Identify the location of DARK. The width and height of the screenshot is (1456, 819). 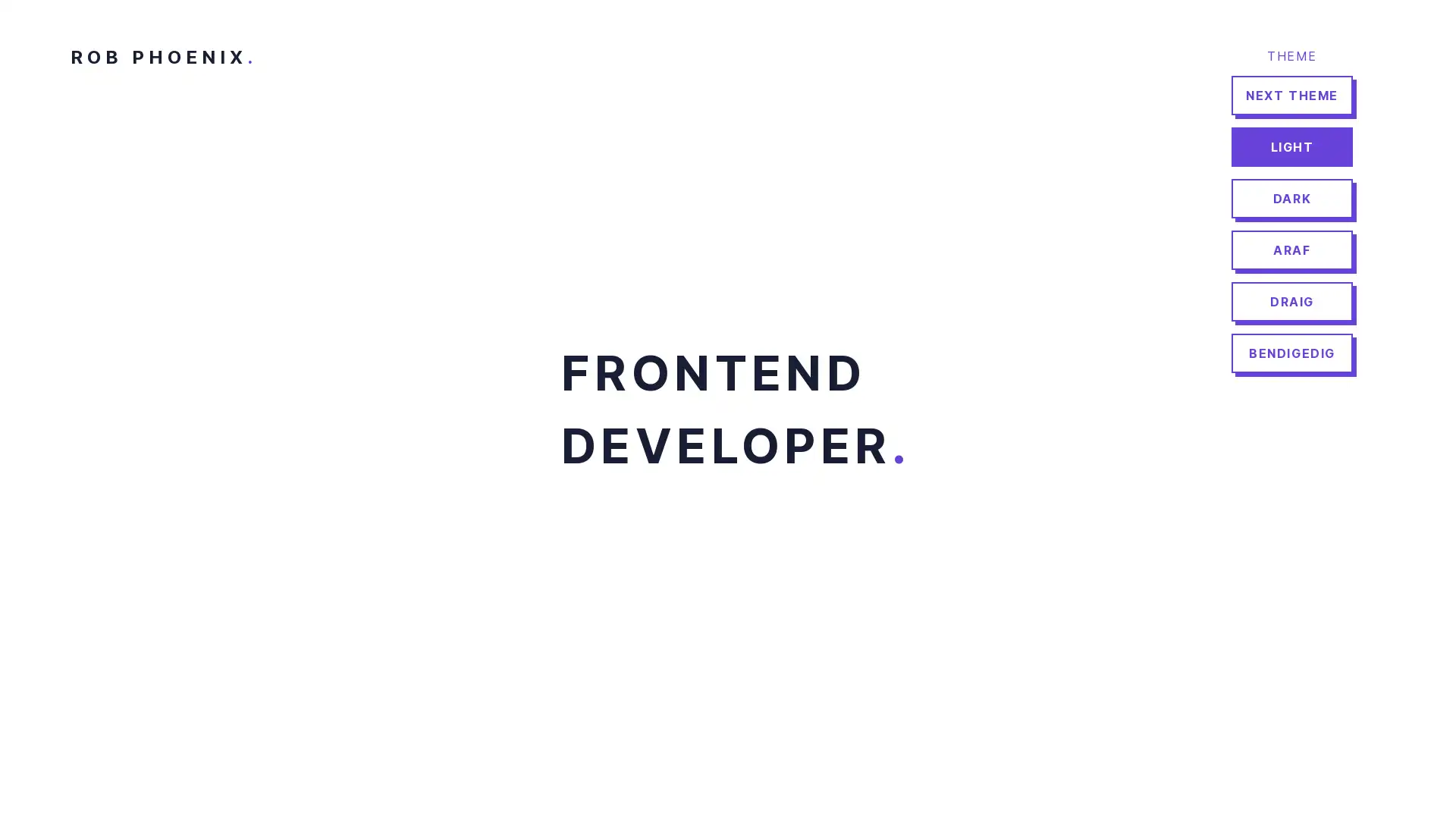
(1291, 198).